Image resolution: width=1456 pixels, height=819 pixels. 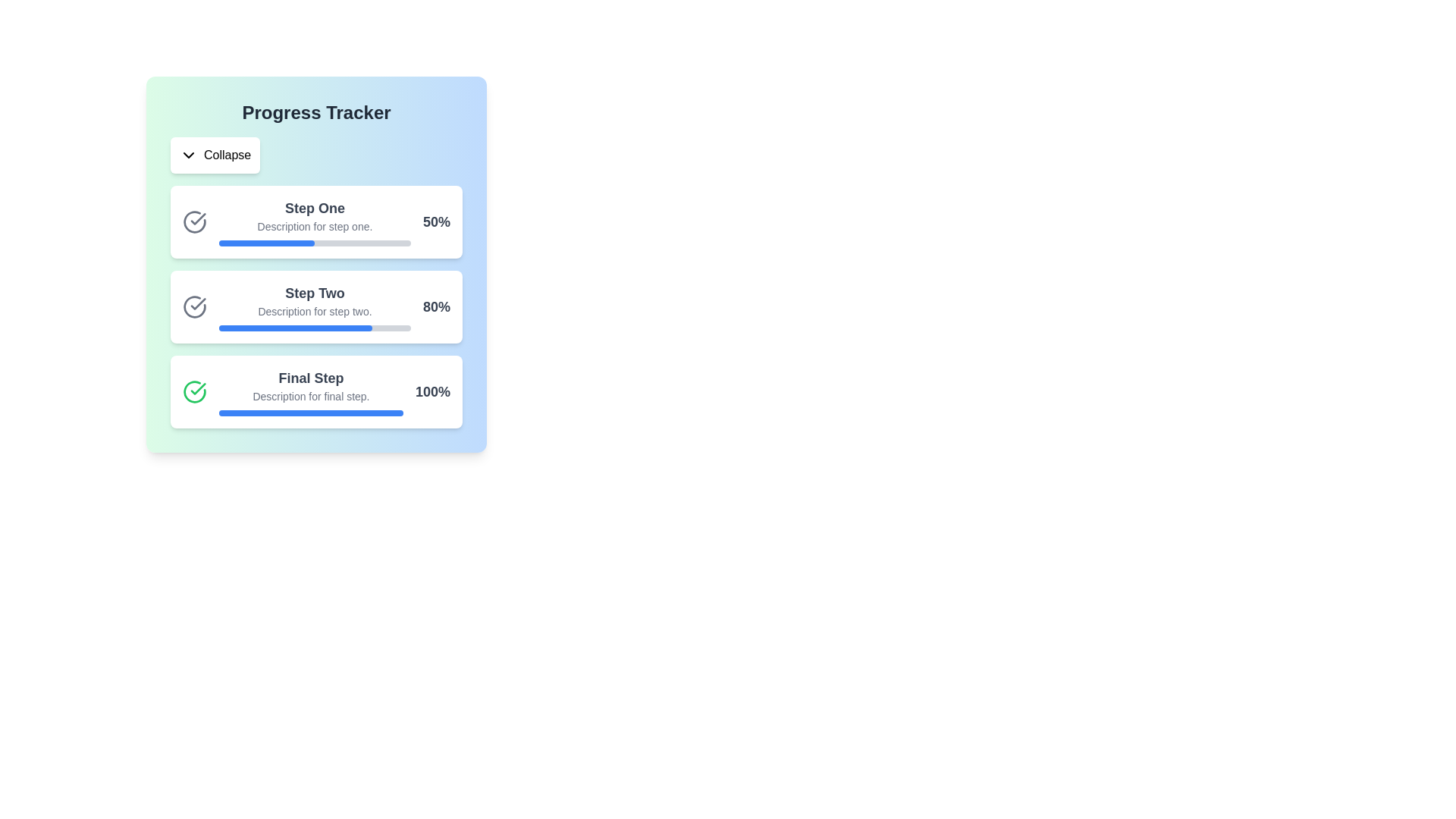 I want to click on the circular graphical component of the progress indicator located next to the 'Step Two' label, so click(x=194, y=222).